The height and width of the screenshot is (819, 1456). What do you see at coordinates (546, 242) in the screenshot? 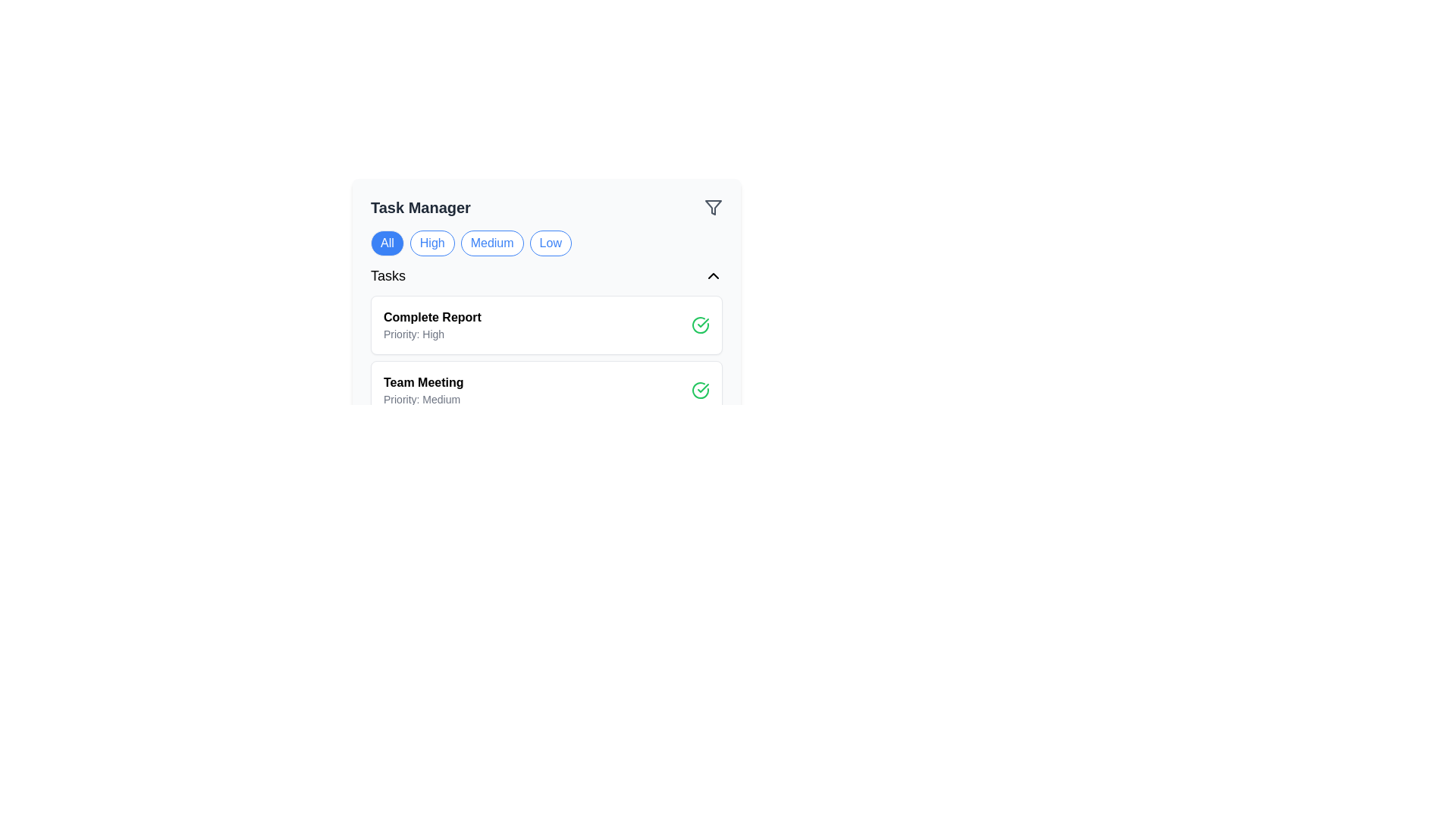
I see `the 'Low' button in the Horizontal filter button group located below the 'Task Manager' header to filter low-priority tasks` at bounding box center [546, 242].